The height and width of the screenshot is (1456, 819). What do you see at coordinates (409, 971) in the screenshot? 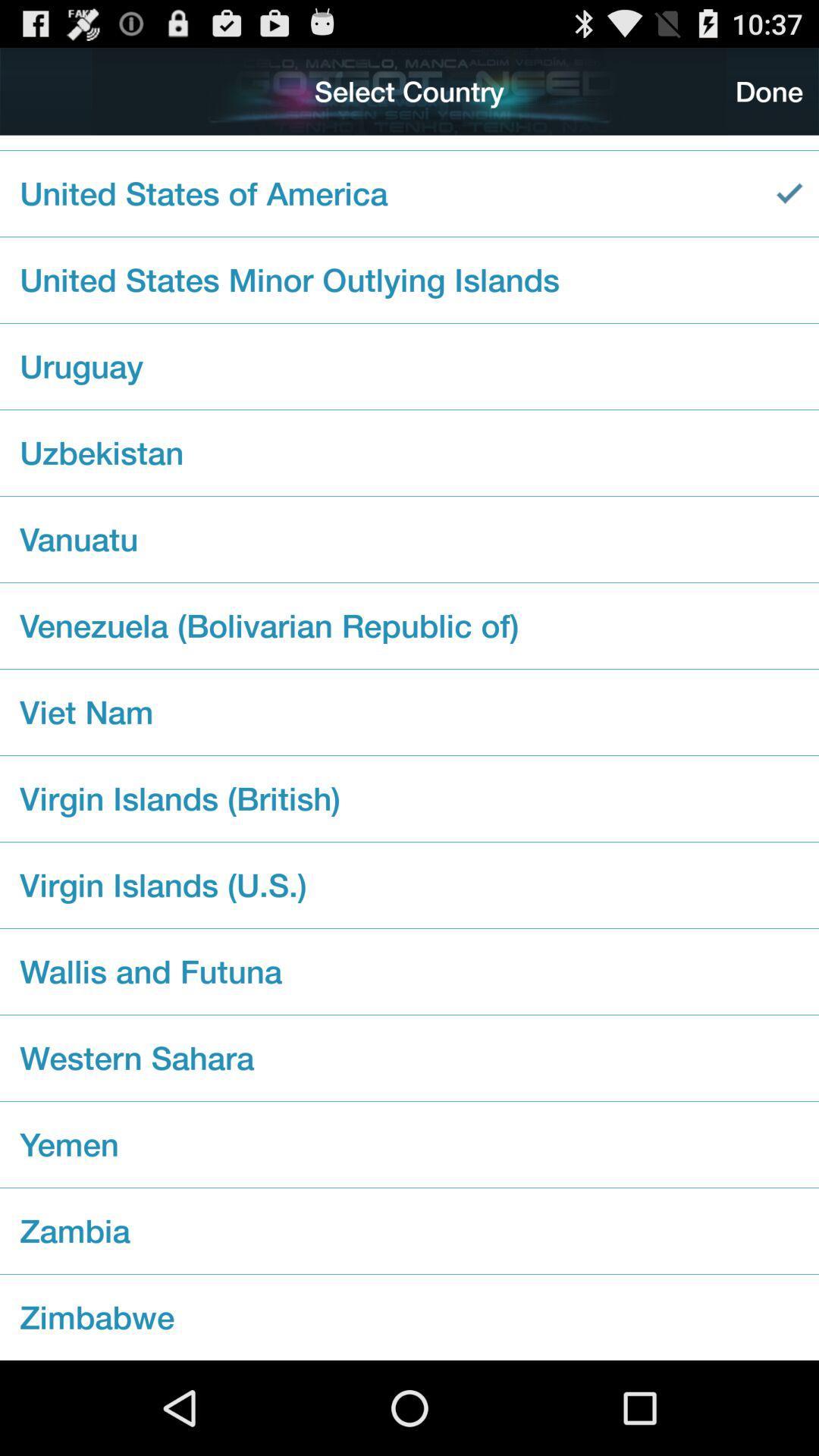
I see `the wallis and futuna` at bounding box center [409, 971].